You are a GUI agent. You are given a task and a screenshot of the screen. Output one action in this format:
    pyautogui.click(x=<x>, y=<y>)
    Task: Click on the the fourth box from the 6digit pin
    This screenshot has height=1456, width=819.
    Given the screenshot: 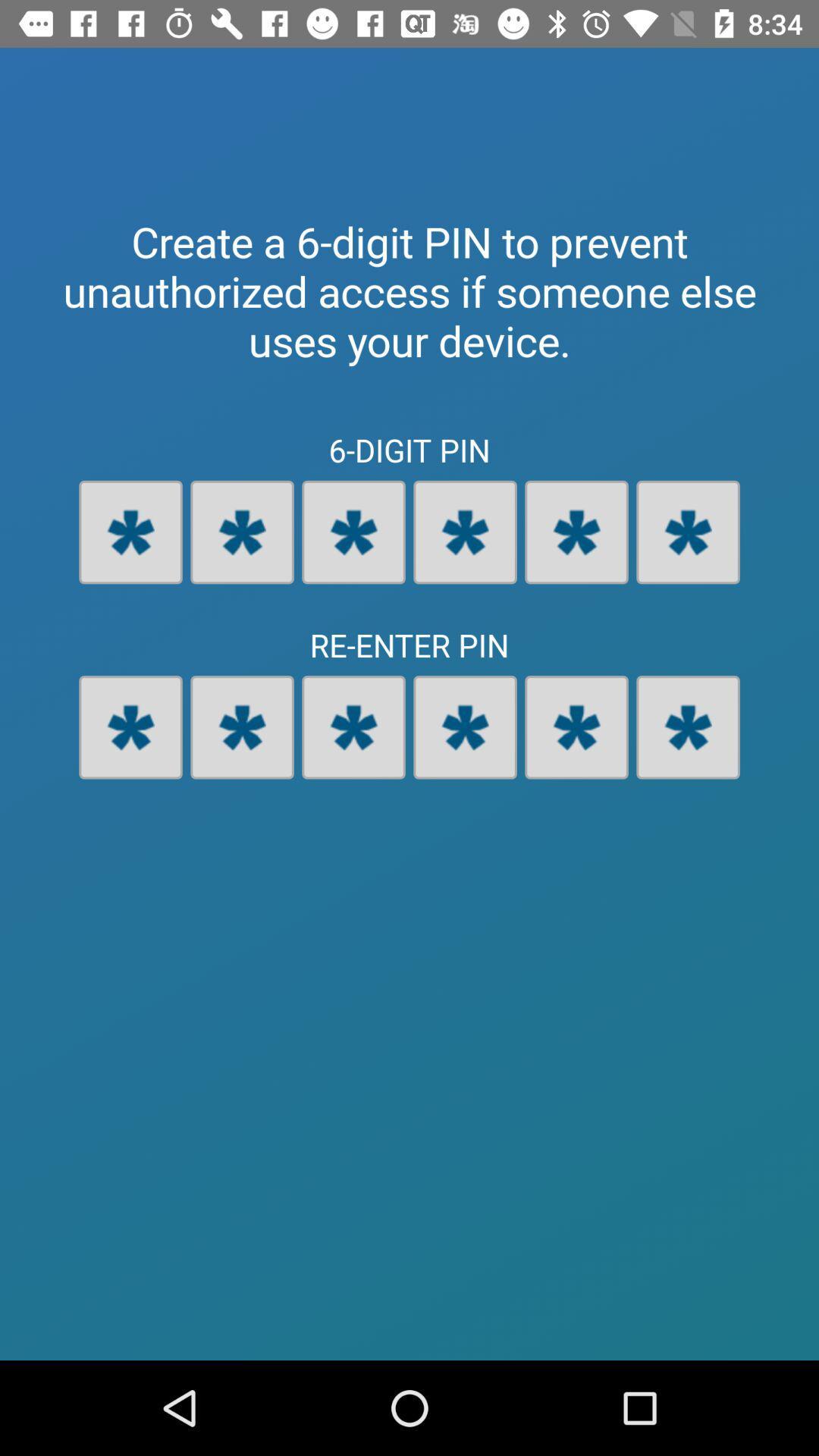 What is the action you would take?
    pyautogui.click(x=464, y=532)
    